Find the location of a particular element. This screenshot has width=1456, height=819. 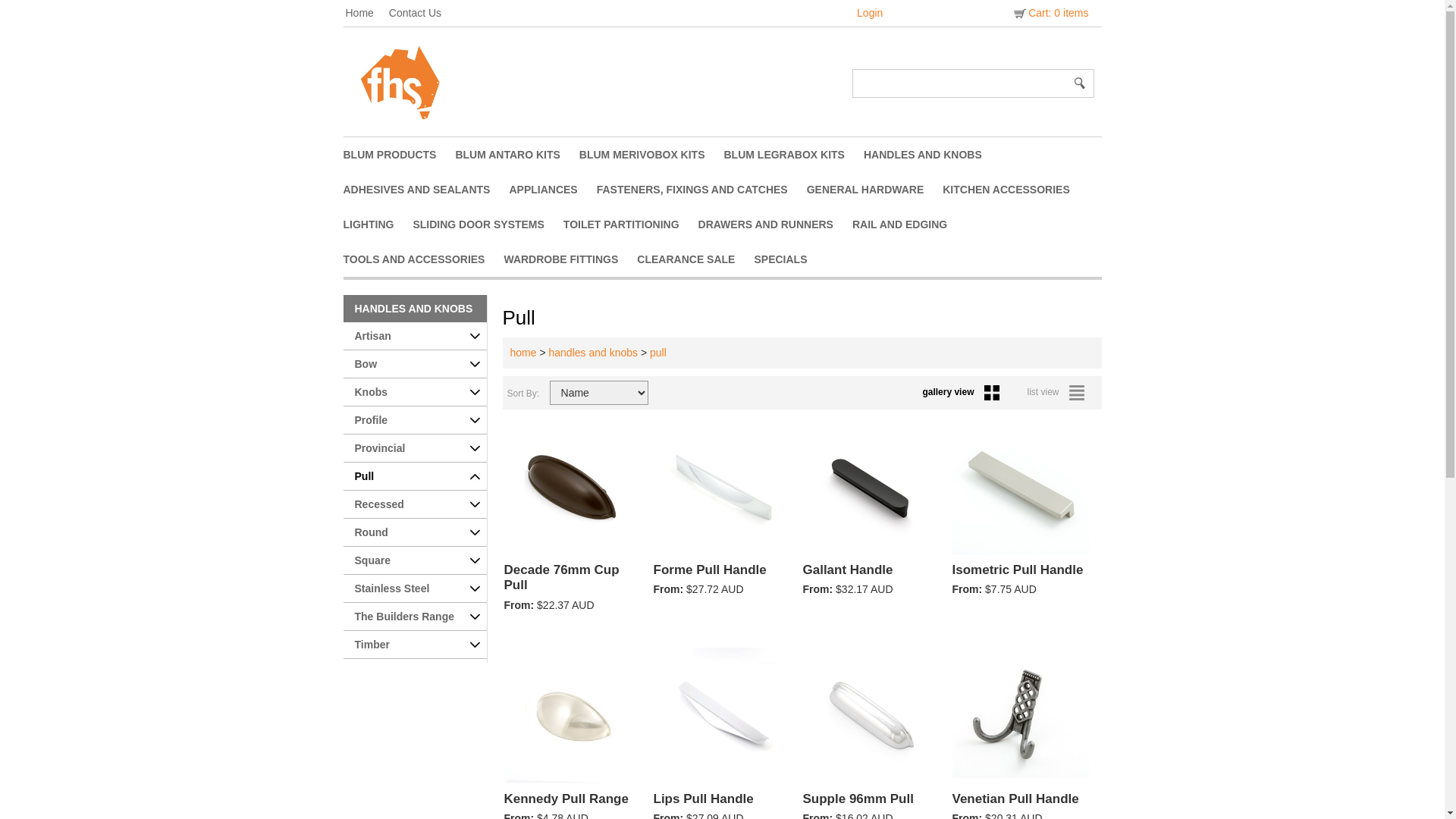

'Recessed' is located at coordinates (414, 504).